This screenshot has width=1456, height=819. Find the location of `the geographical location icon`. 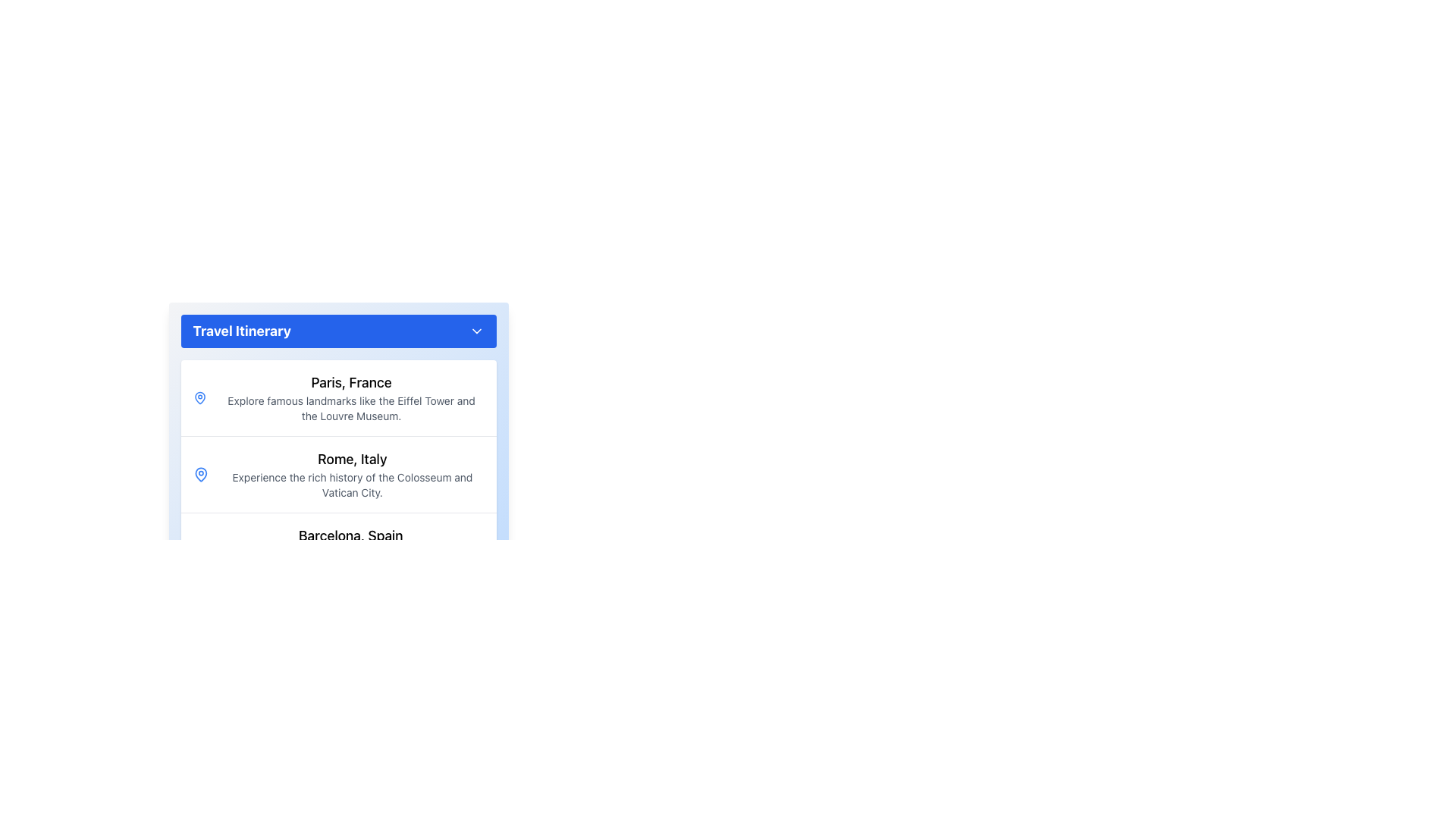

the geographical location icon is located at coordinates (199, 397).